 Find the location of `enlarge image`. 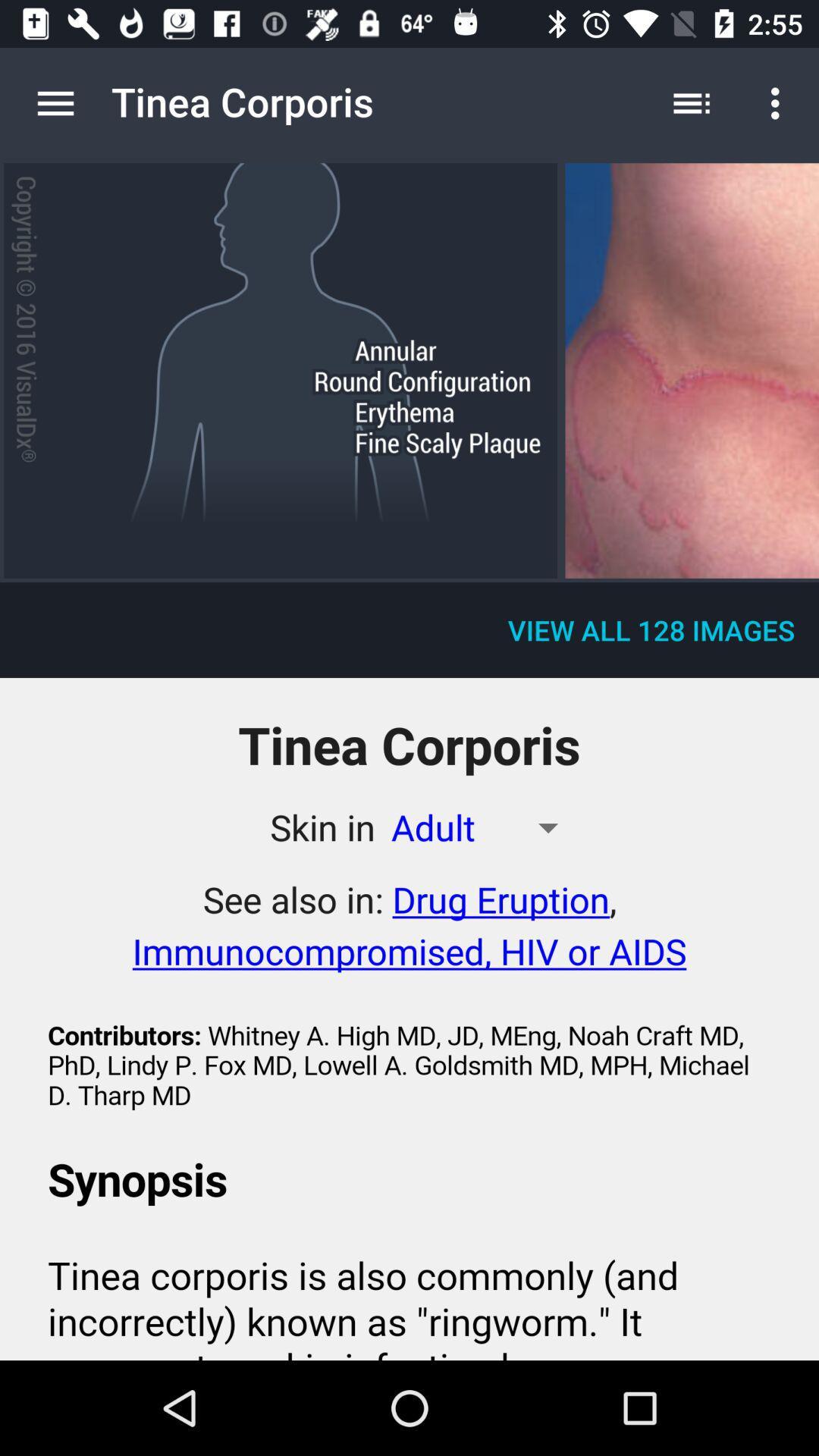

enlarge image is located at coordinates (692, 371).